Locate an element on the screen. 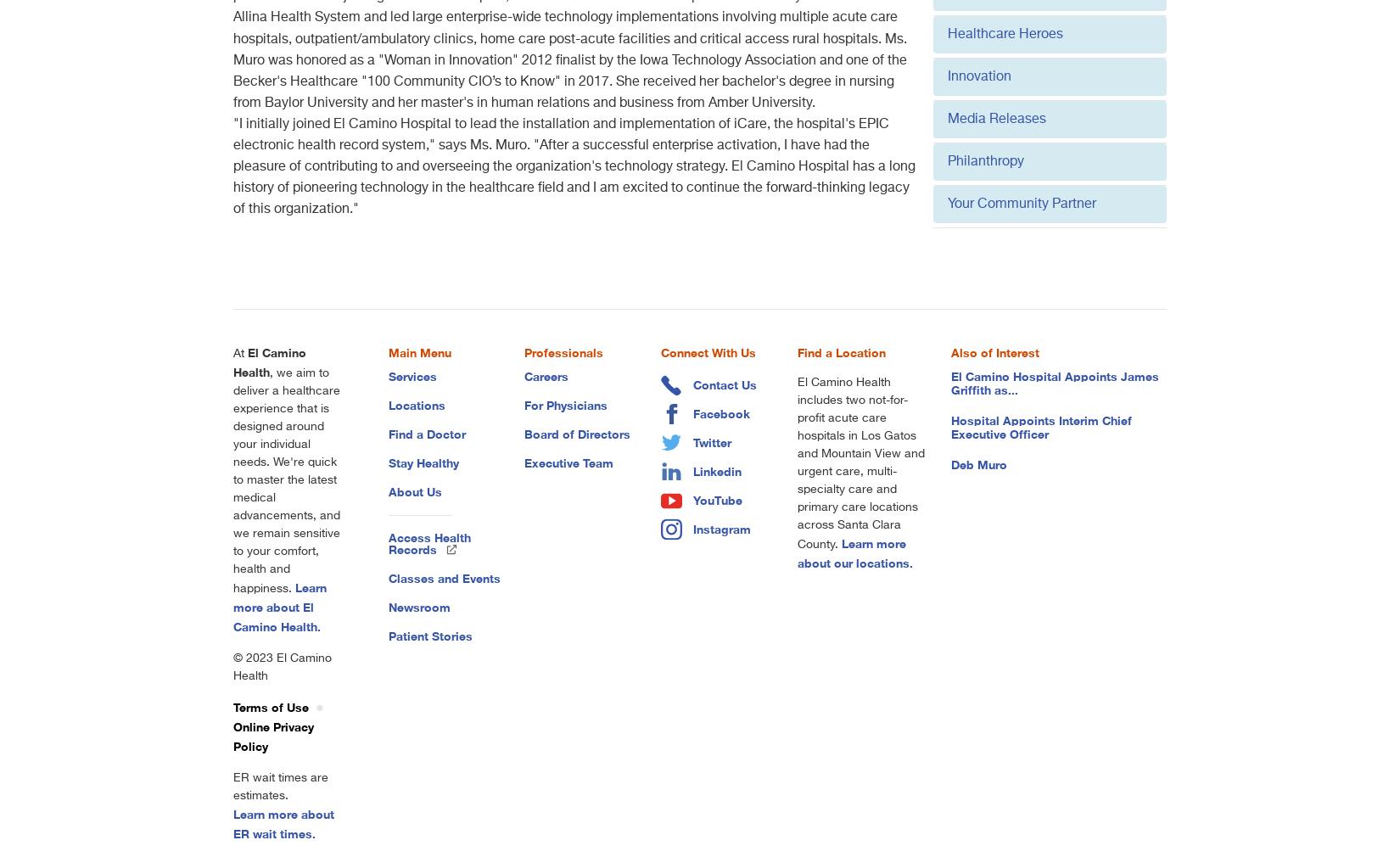 This screenshot has height=857, width=1400. 'Deb Muro' is located at coordinates (978, 463).